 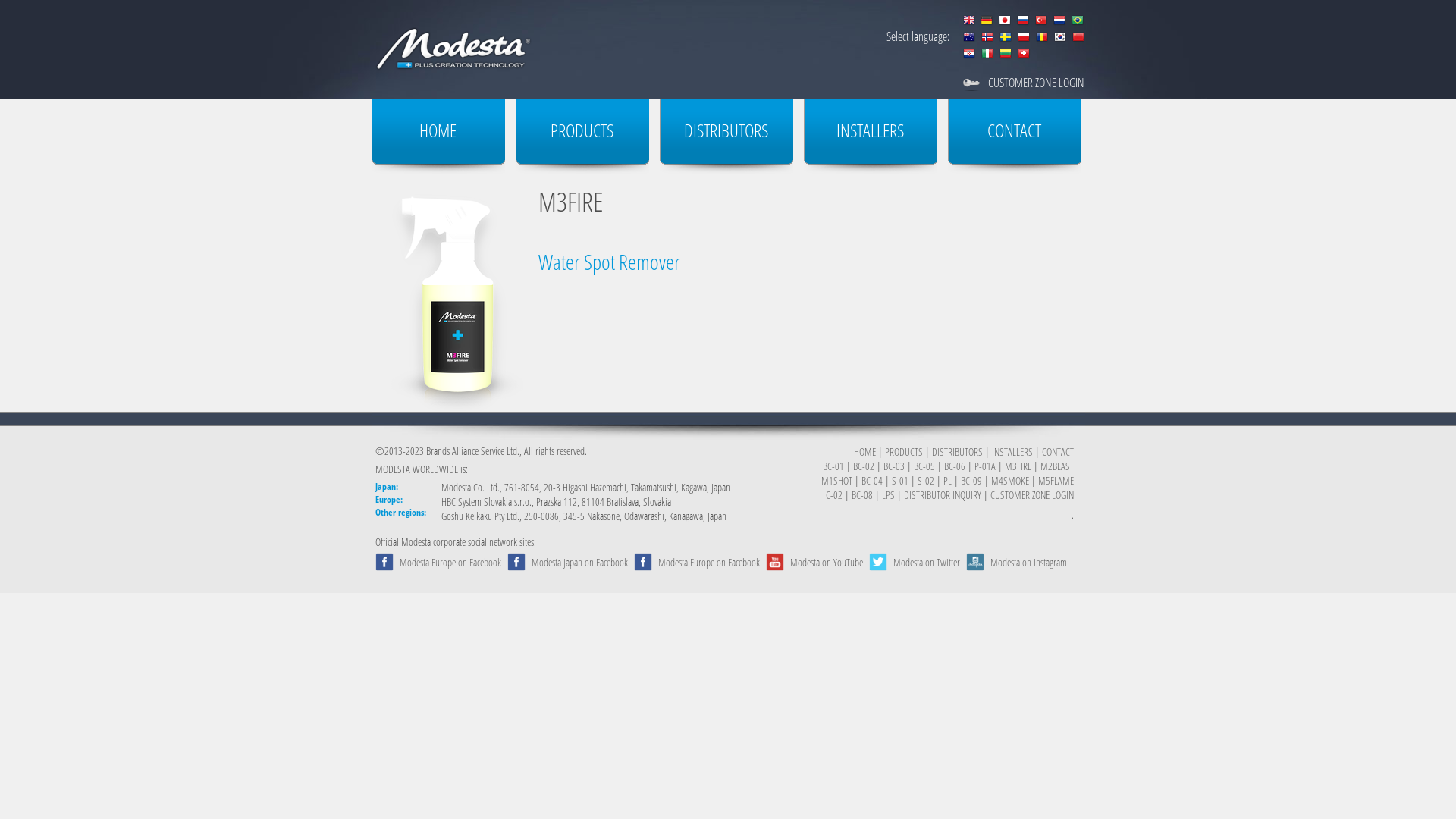 I want to click on 'Modesta on Twitter', so click(x=926, y=562).